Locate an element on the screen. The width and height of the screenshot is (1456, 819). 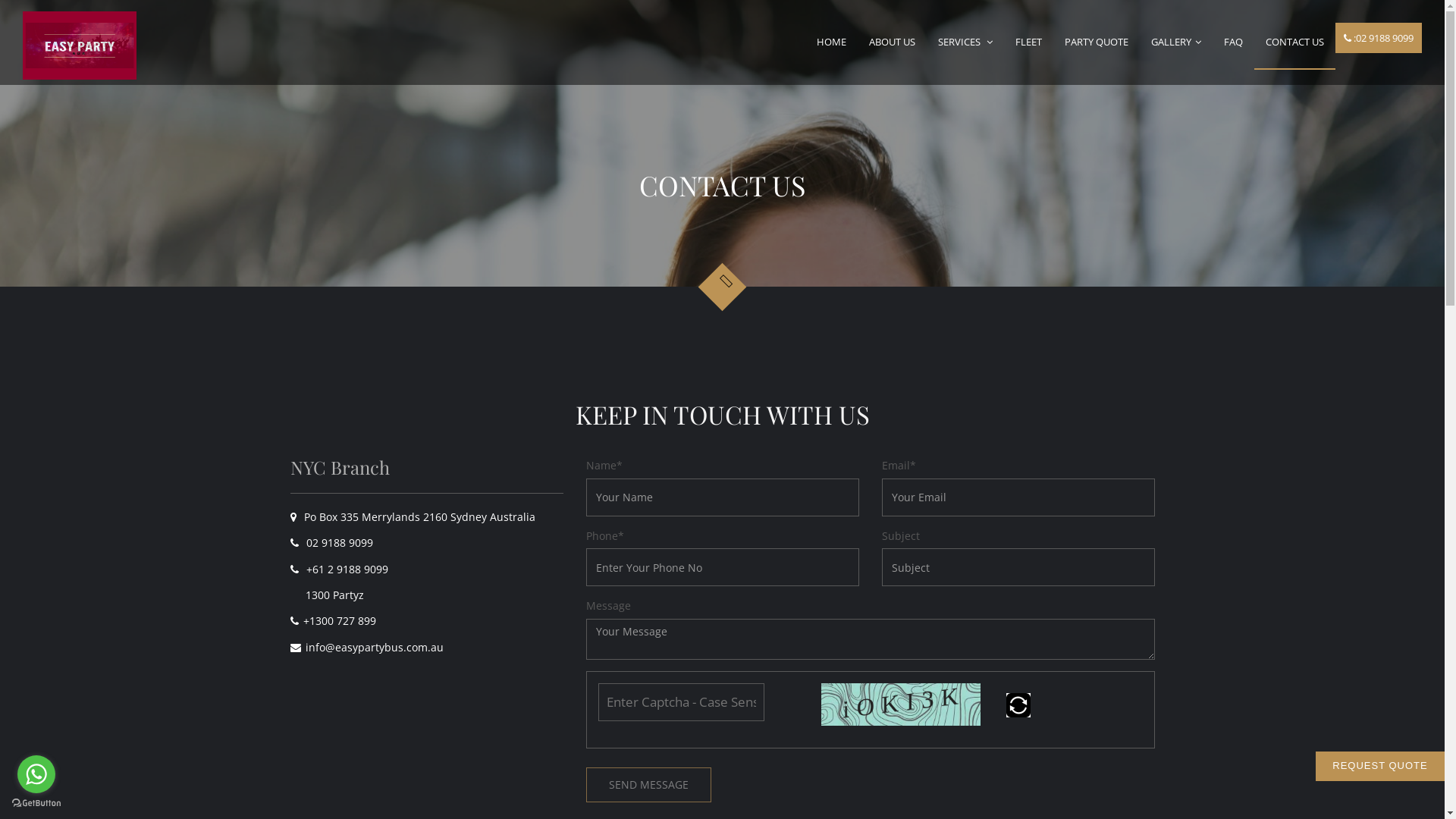
'SEND MESSAGE' is located at coordinates (648, 784).